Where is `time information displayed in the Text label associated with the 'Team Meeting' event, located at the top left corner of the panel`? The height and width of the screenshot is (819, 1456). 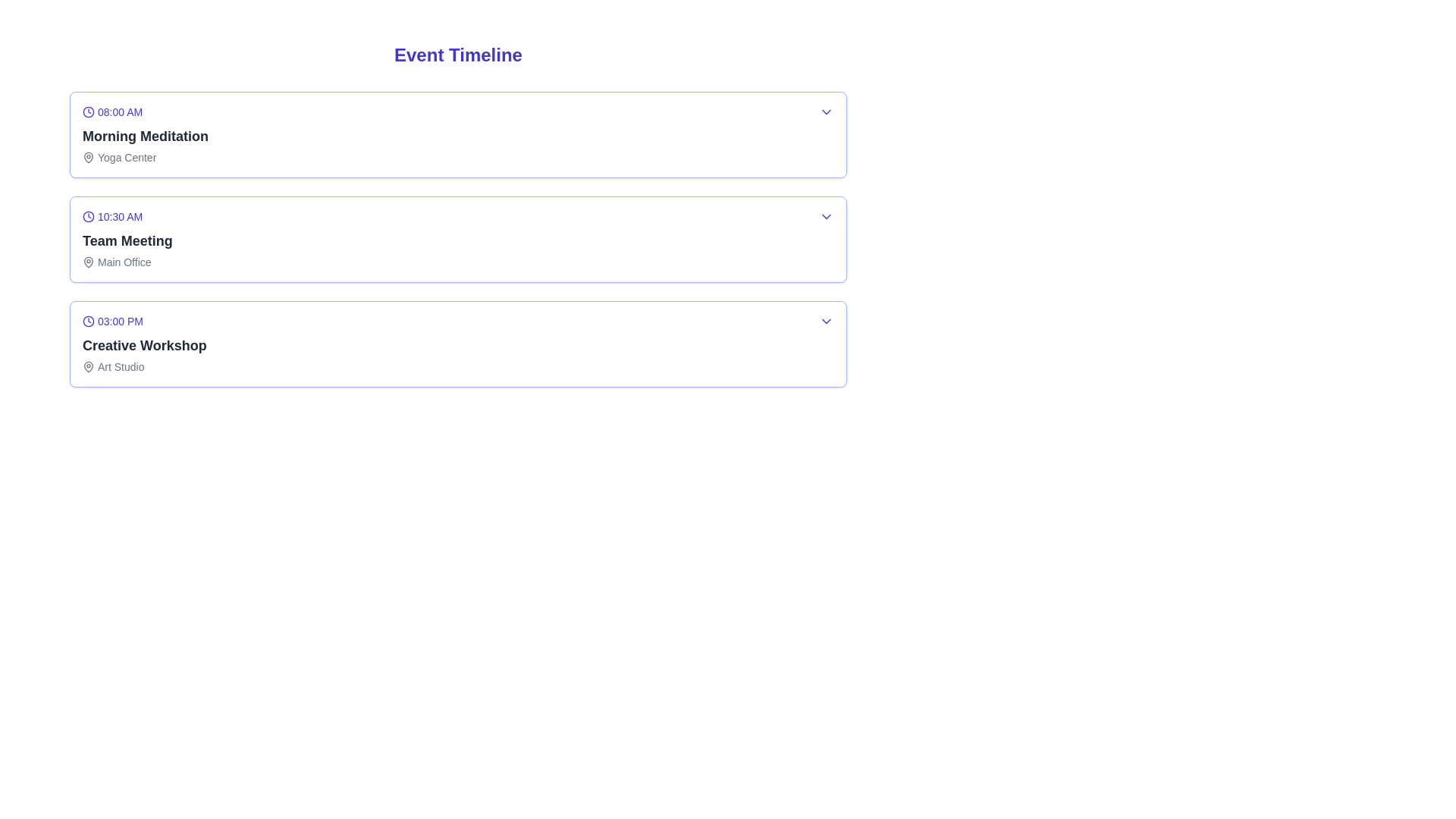
time information displayed in the Text label associated with the 'Team Meeting' event, located at the top left corner of the panel is located at coordinates (127, 216).